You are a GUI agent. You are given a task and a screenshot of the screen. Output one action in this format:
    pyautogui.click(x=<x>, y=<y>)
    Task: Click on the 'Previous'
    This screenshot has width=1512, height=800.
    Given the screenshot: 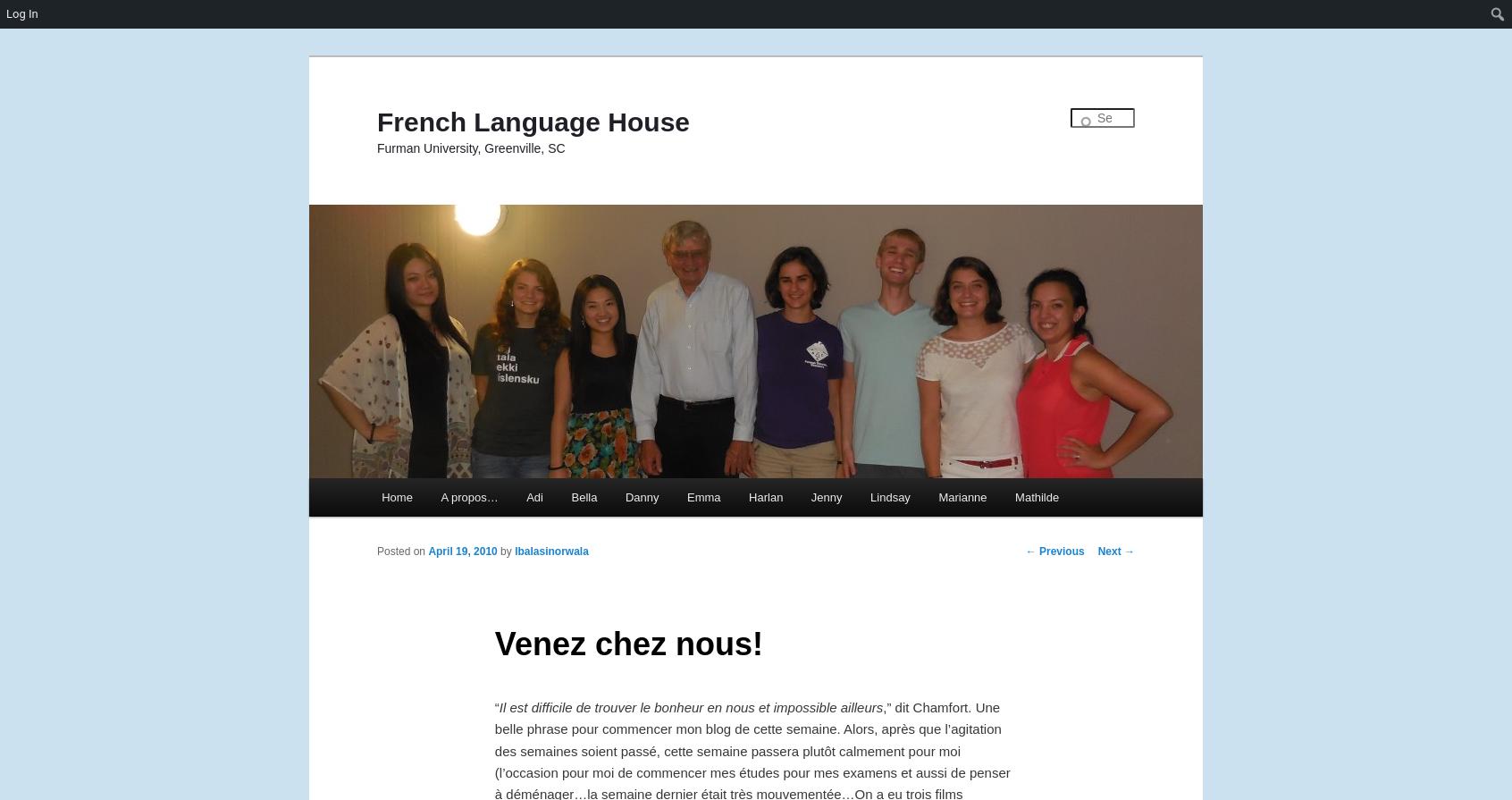 What is the action you would take?
    pyautogui.click(x=1058, y=550)
    